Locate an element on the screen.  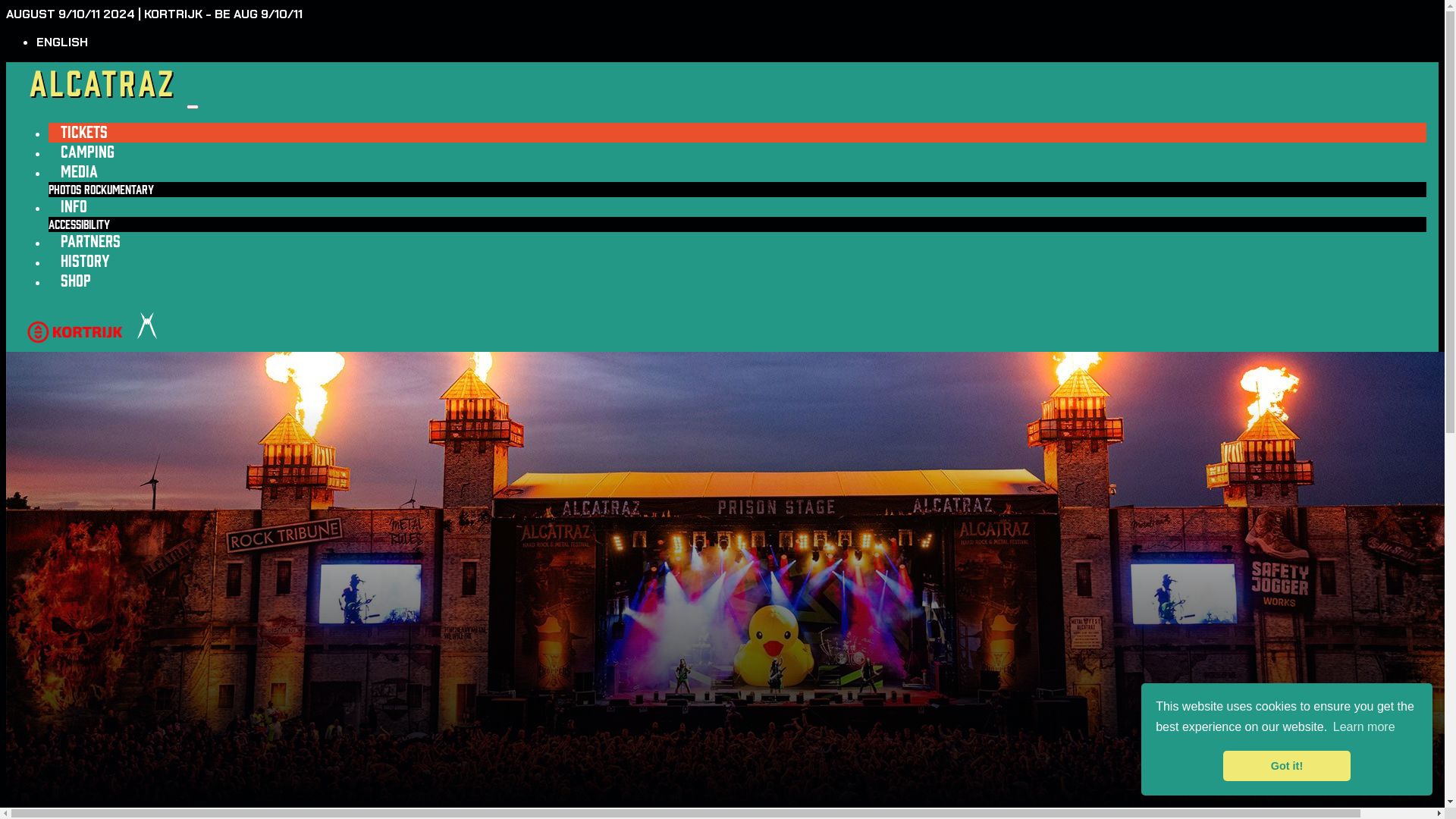
'CAMPING' is located at coordinates (86, 152).